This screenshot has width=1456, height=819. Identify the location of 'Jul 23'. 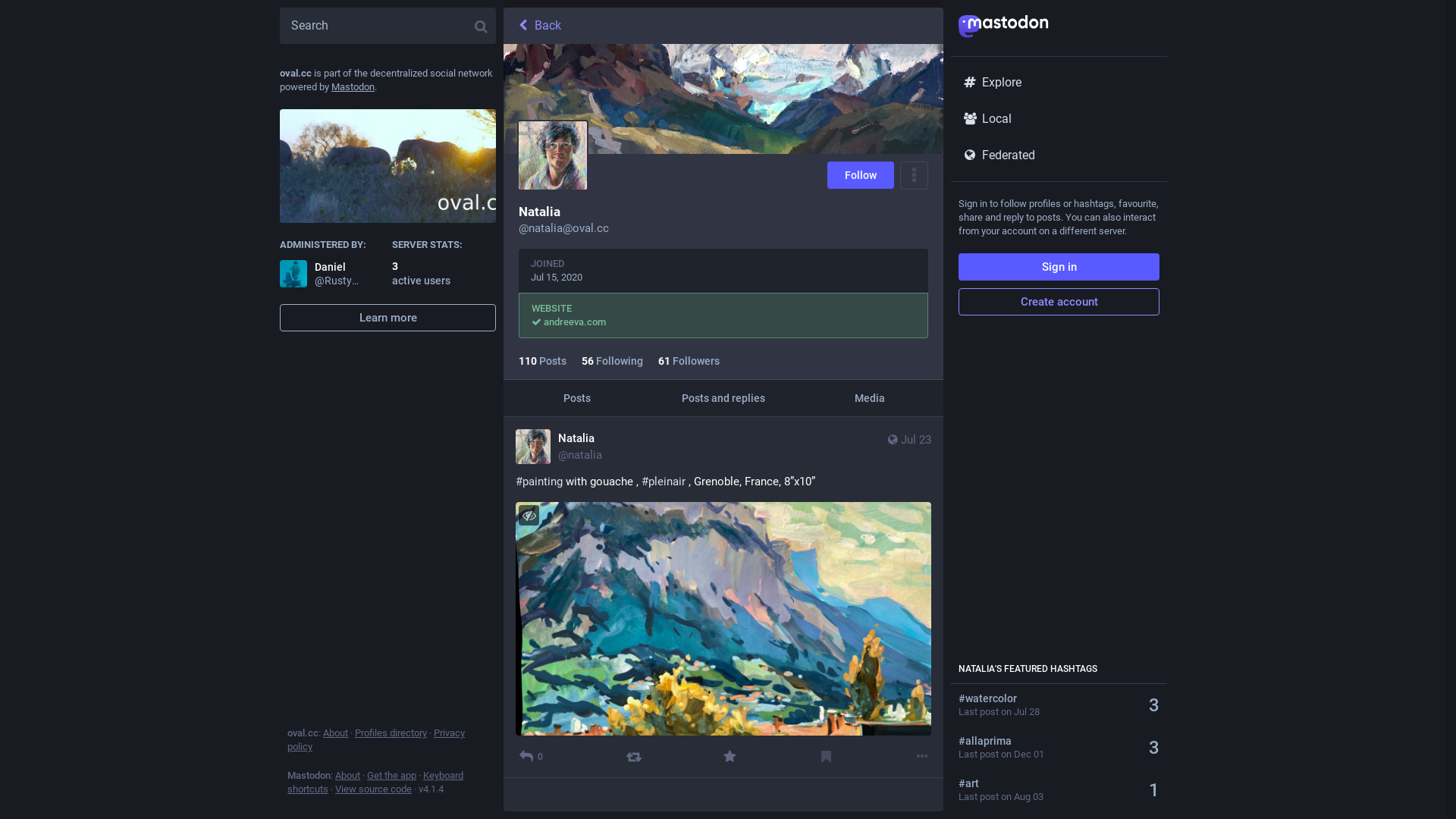
(908, 446).